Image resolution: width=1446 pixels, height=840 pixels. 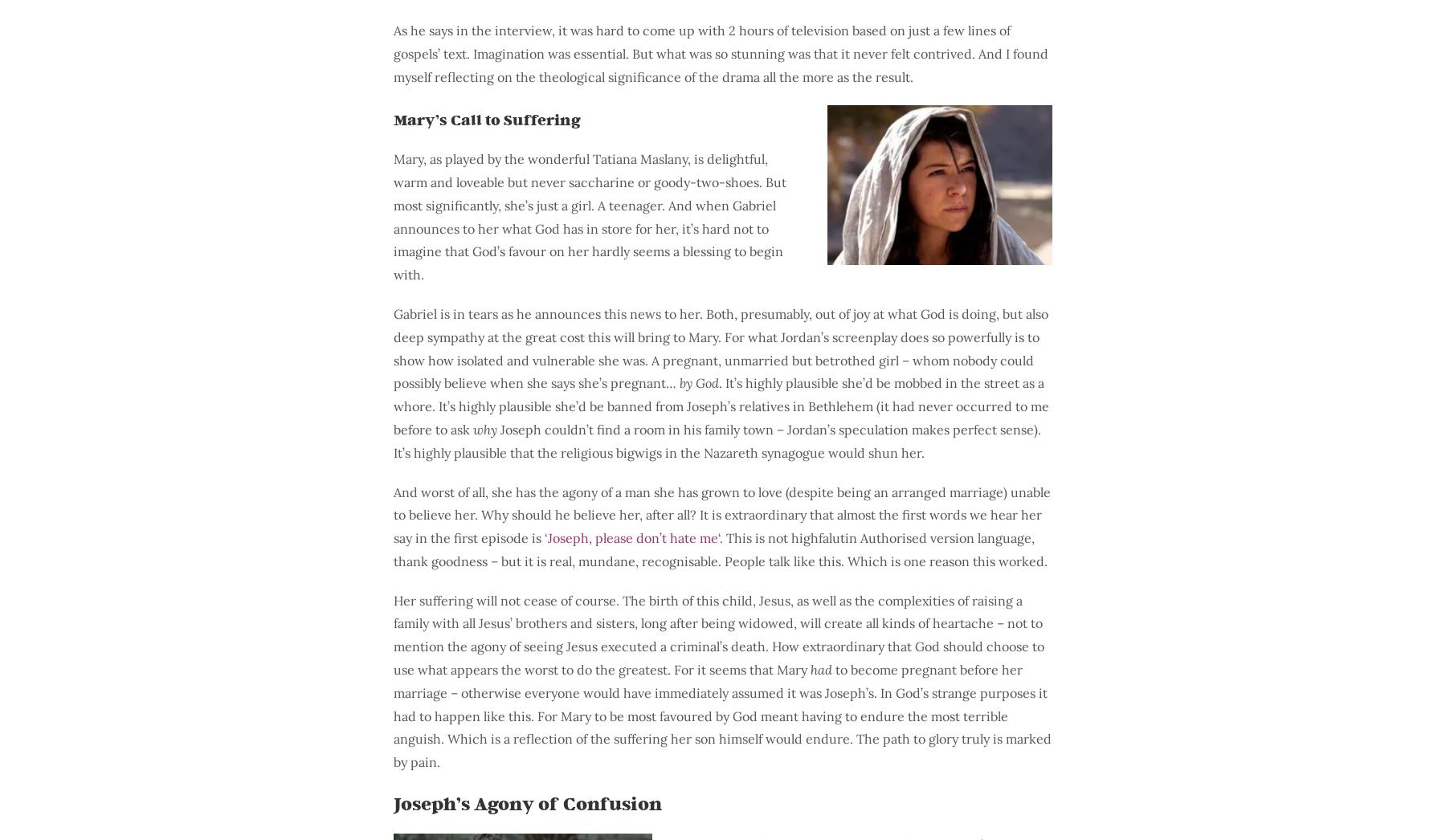 I want to click on '. It’s highly plausible she’d be mobbed in the street as a whore. It’s highly plausible she’d be banned from Joseph’s relatives in Bethlehem (it had never occurred to me before to ask', so click(x=721, y=406).